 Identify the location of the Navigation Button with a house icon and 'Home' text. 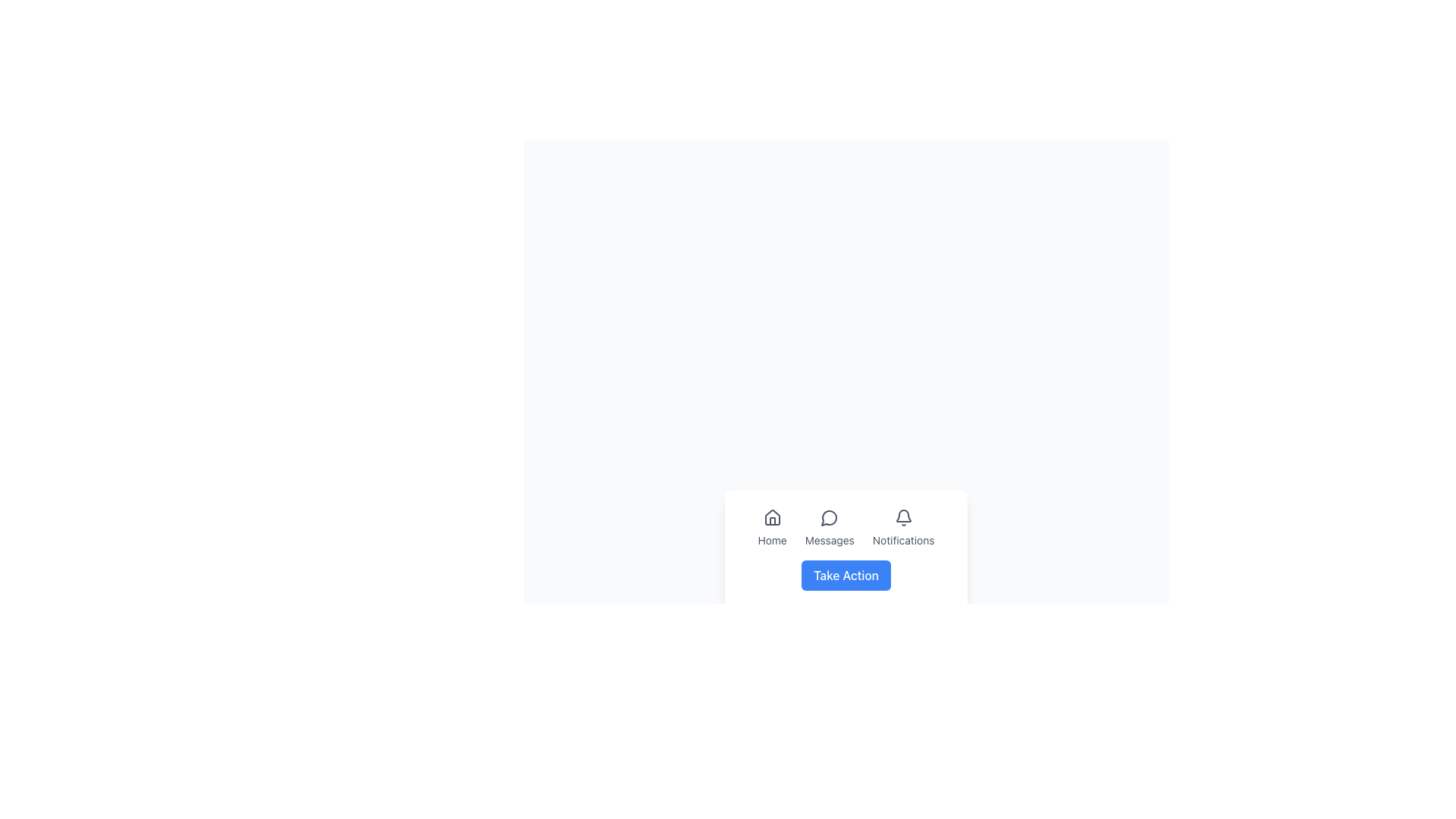
(772, 528).